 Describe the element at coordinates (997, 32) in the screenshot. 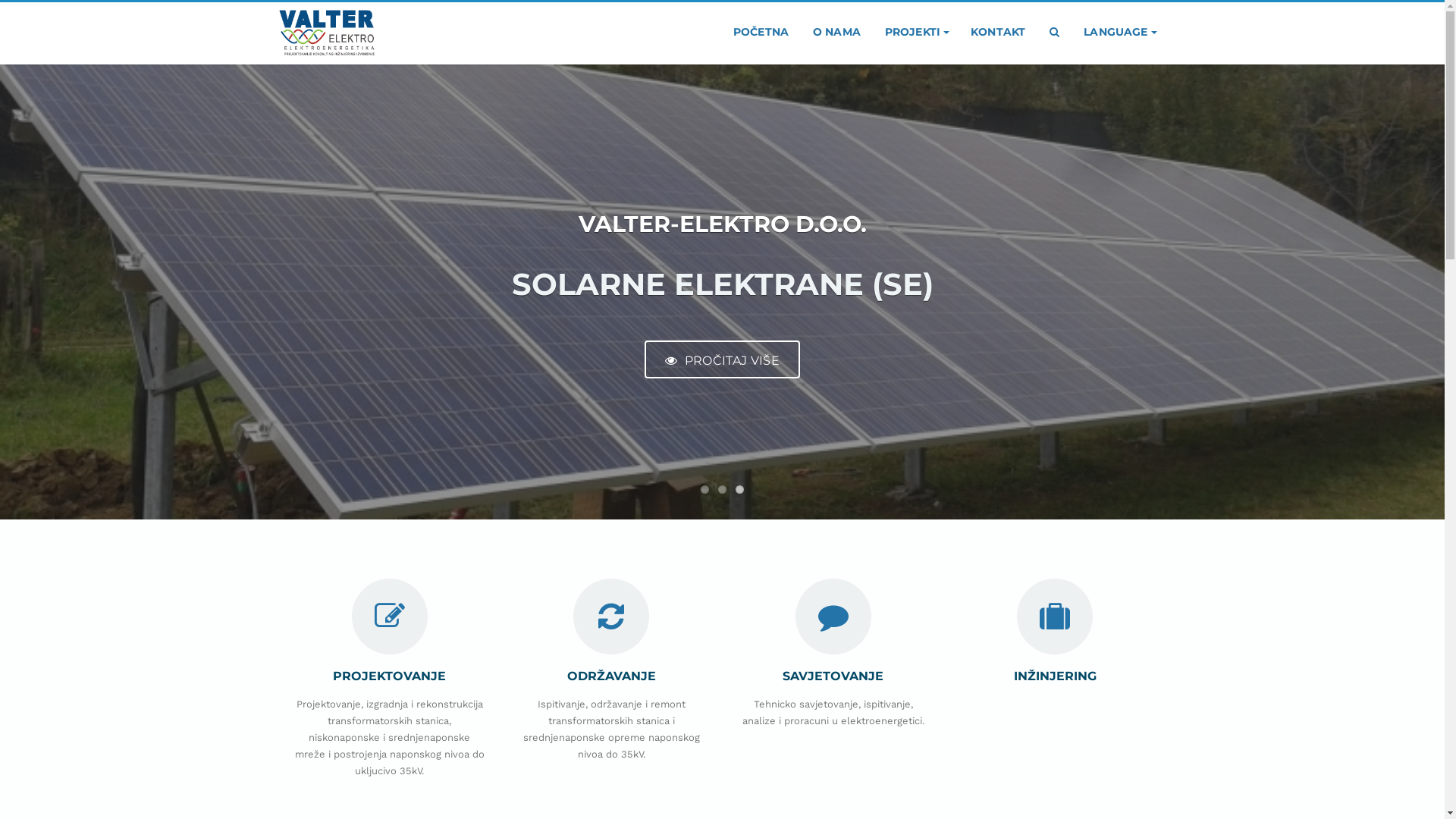

I see `'KONTAKT'` at that location.